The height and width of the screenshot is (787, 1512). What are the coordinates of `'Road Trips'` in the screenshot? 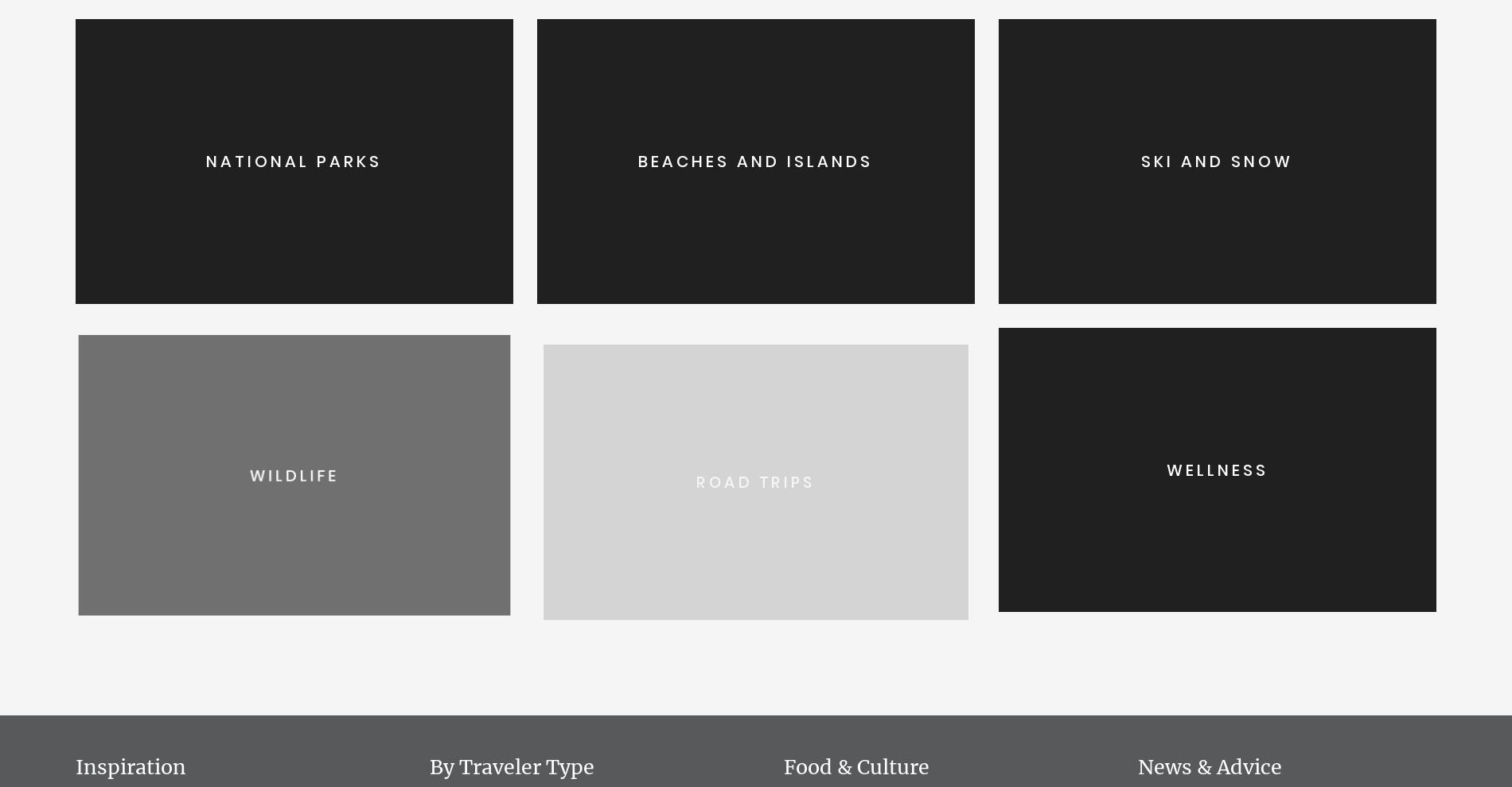 It's located at (754, 469).